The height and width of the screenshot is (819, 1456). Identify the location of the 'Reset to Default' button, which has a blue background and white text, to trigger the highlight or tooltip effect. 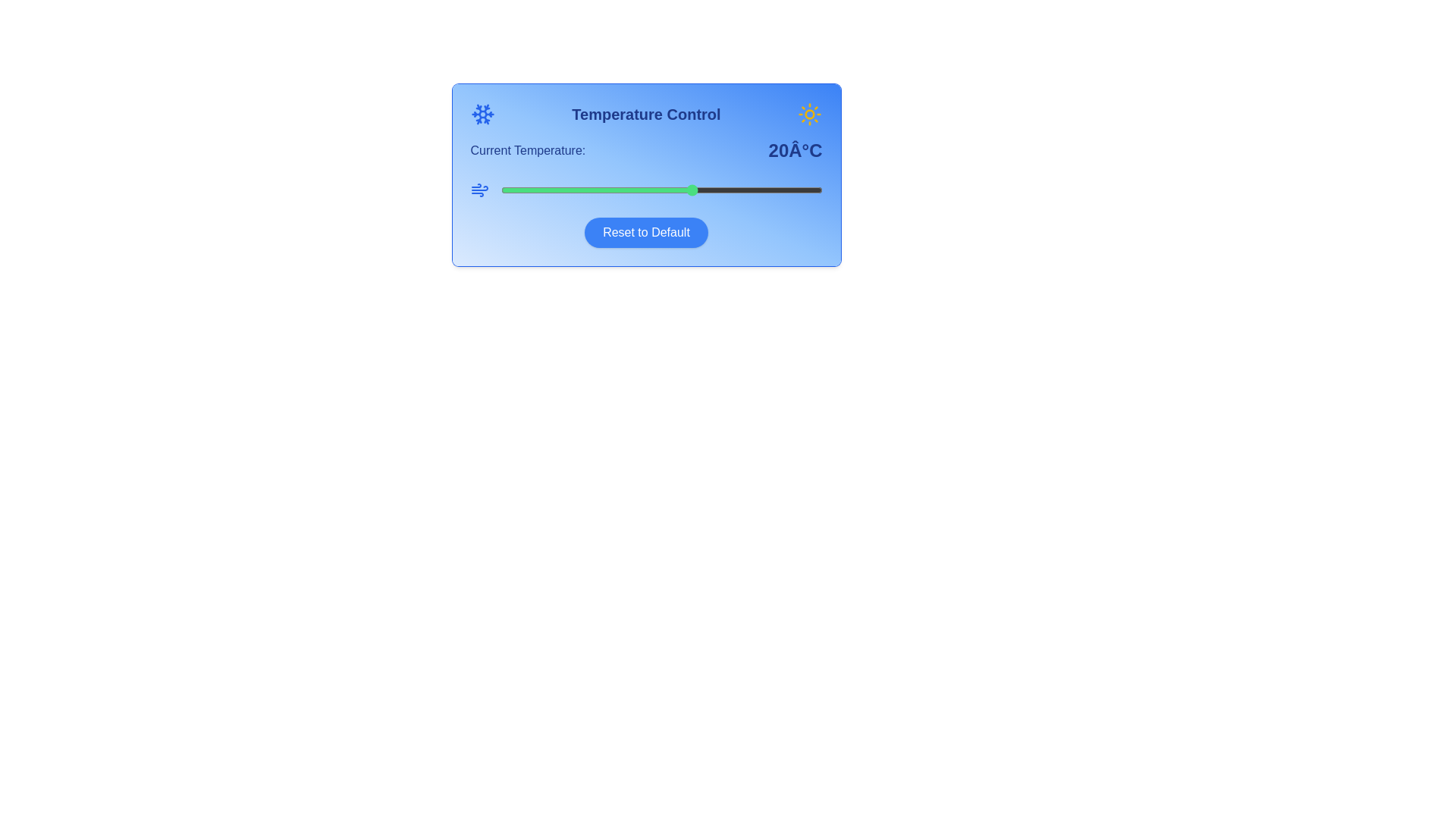
(646, 233).